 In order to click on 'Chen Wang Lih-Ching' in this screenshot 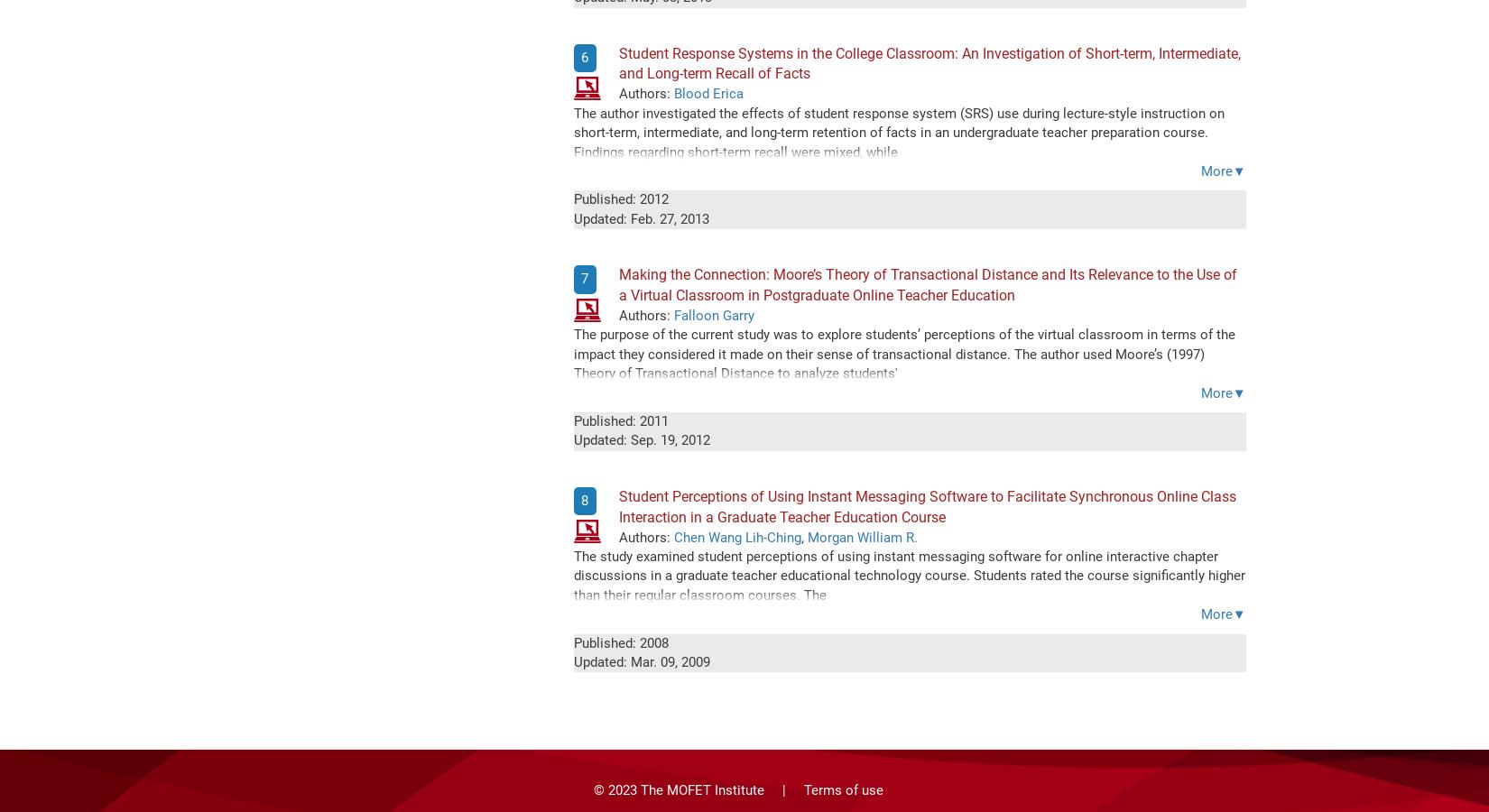, I will do `click(735, 536)`.